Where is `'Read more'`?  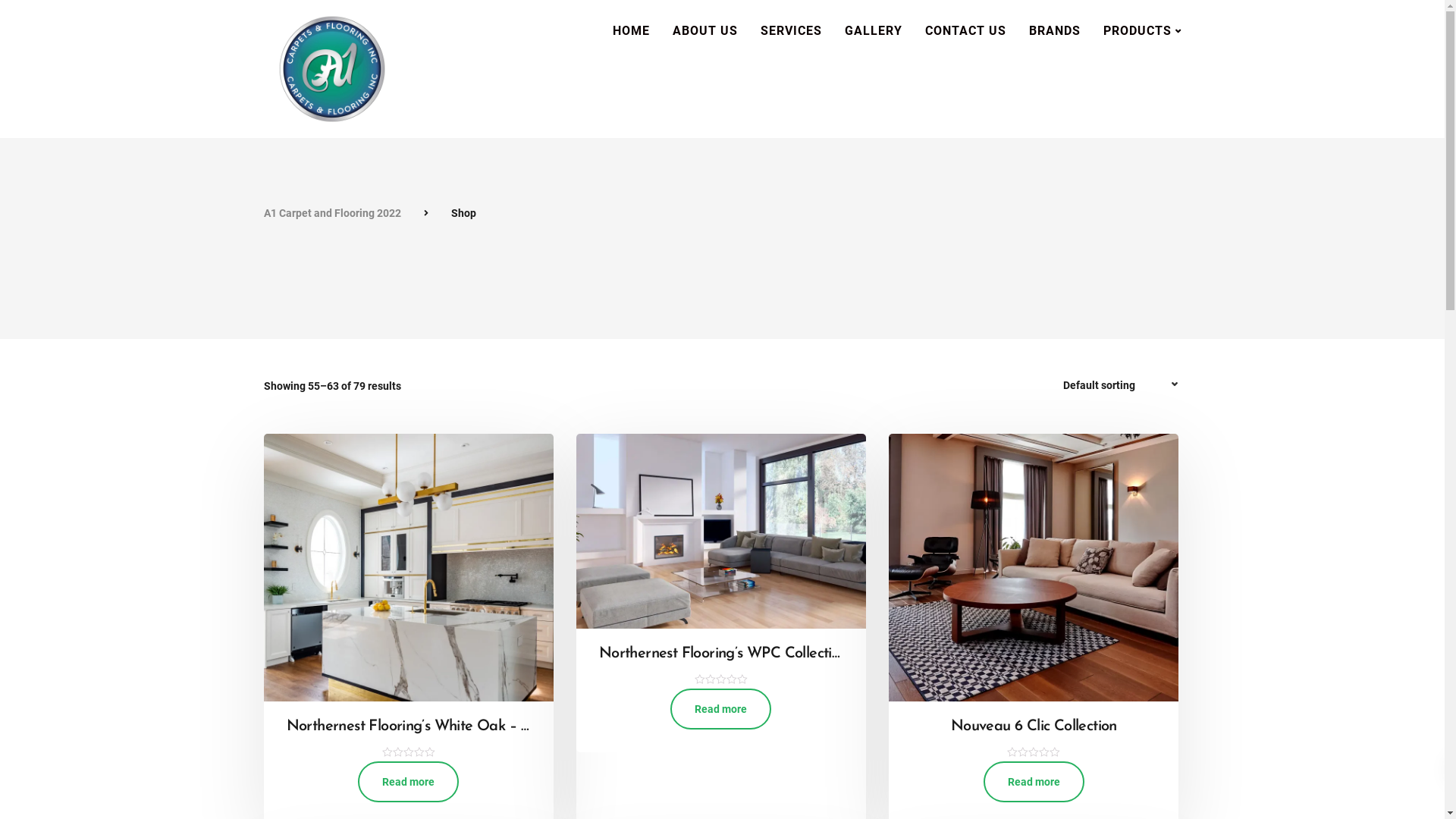 'Read more' is located at coordinates (983, 781).